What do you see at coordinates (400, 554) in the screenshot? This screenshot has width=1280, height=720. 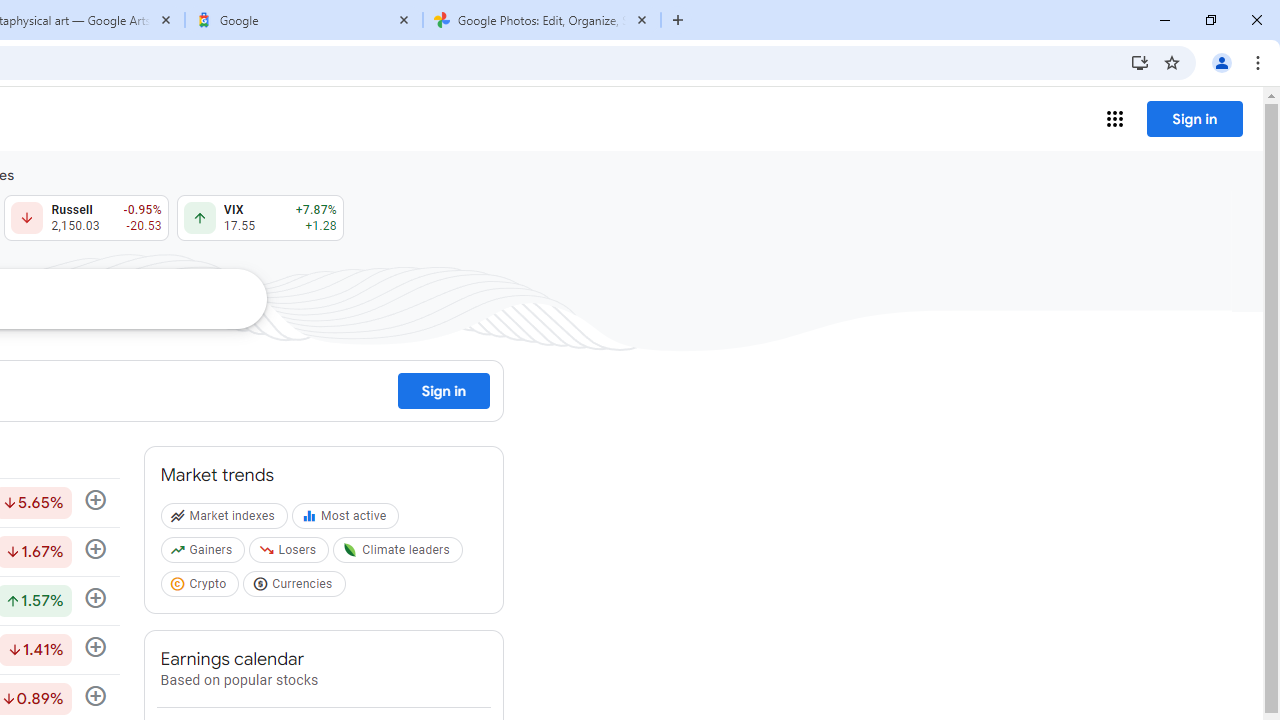 I see `'GLeaf logo Climate leaders'` at bounding box center [400, 554].